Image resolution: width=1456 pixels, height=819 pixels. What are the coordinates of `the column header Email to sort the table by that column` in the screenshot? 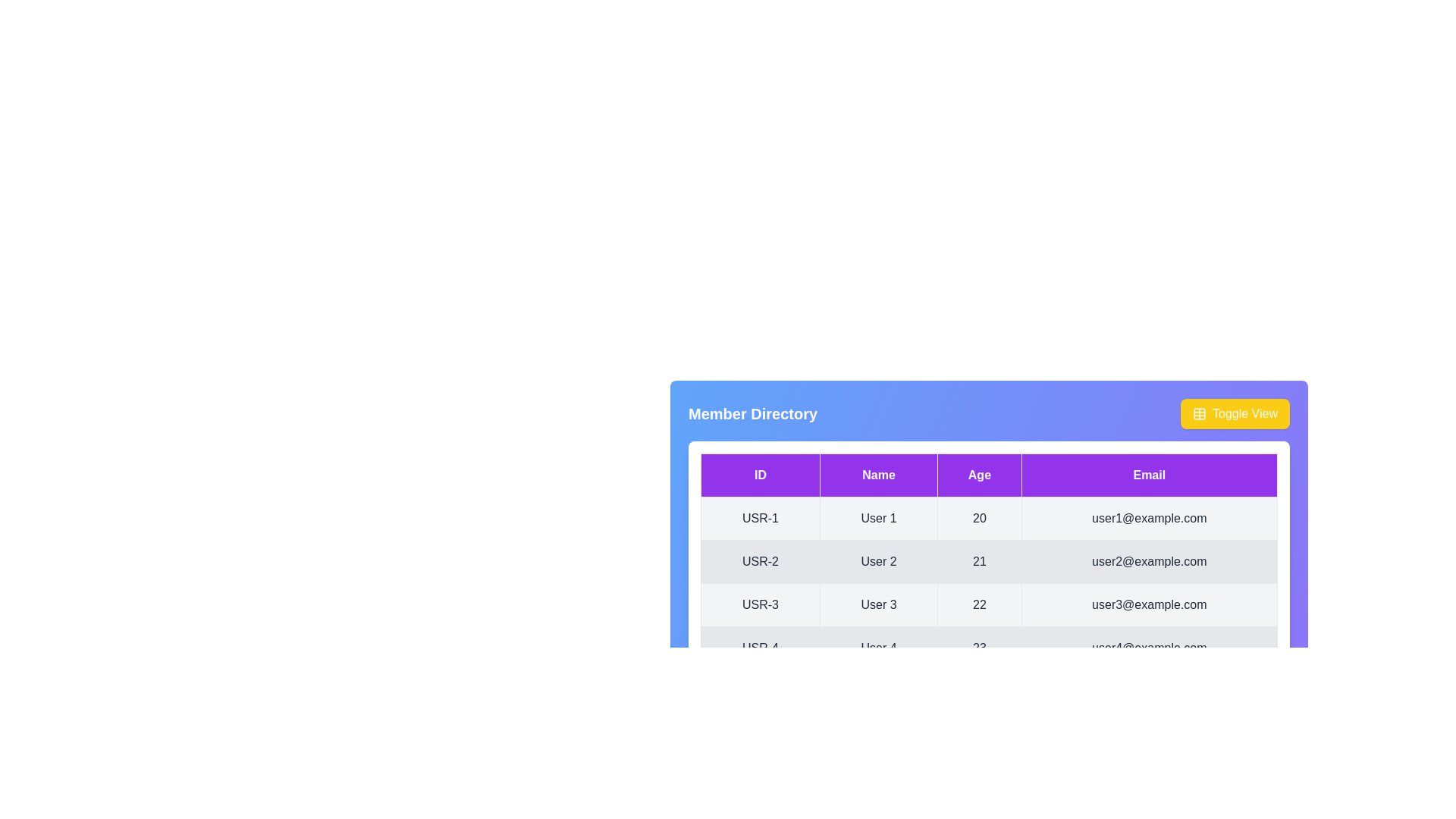 It's located at (1149, 475).